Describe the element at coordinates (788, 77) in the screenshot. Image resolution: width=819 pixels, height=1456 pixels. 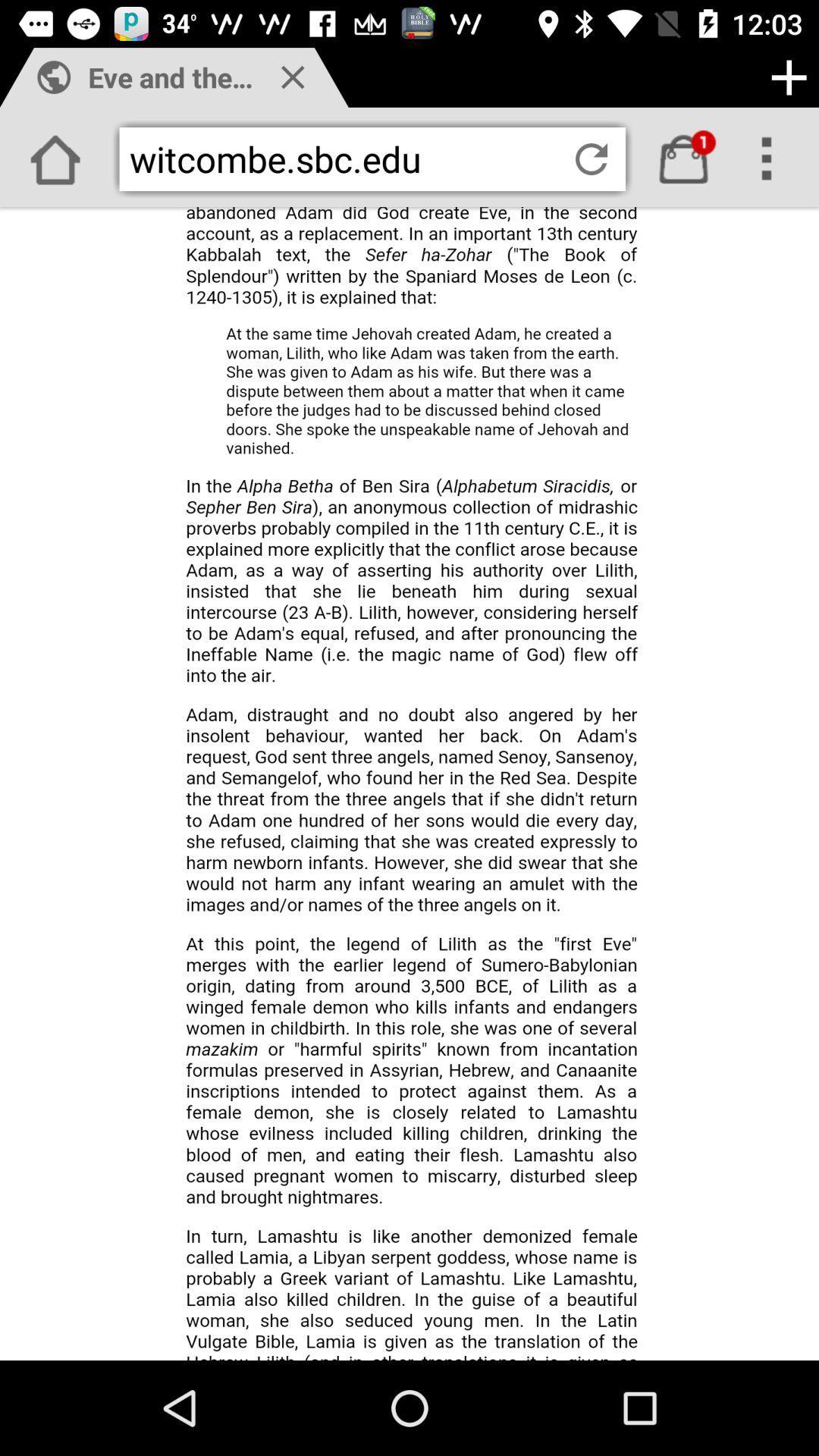
I see `the add icon` at that location.